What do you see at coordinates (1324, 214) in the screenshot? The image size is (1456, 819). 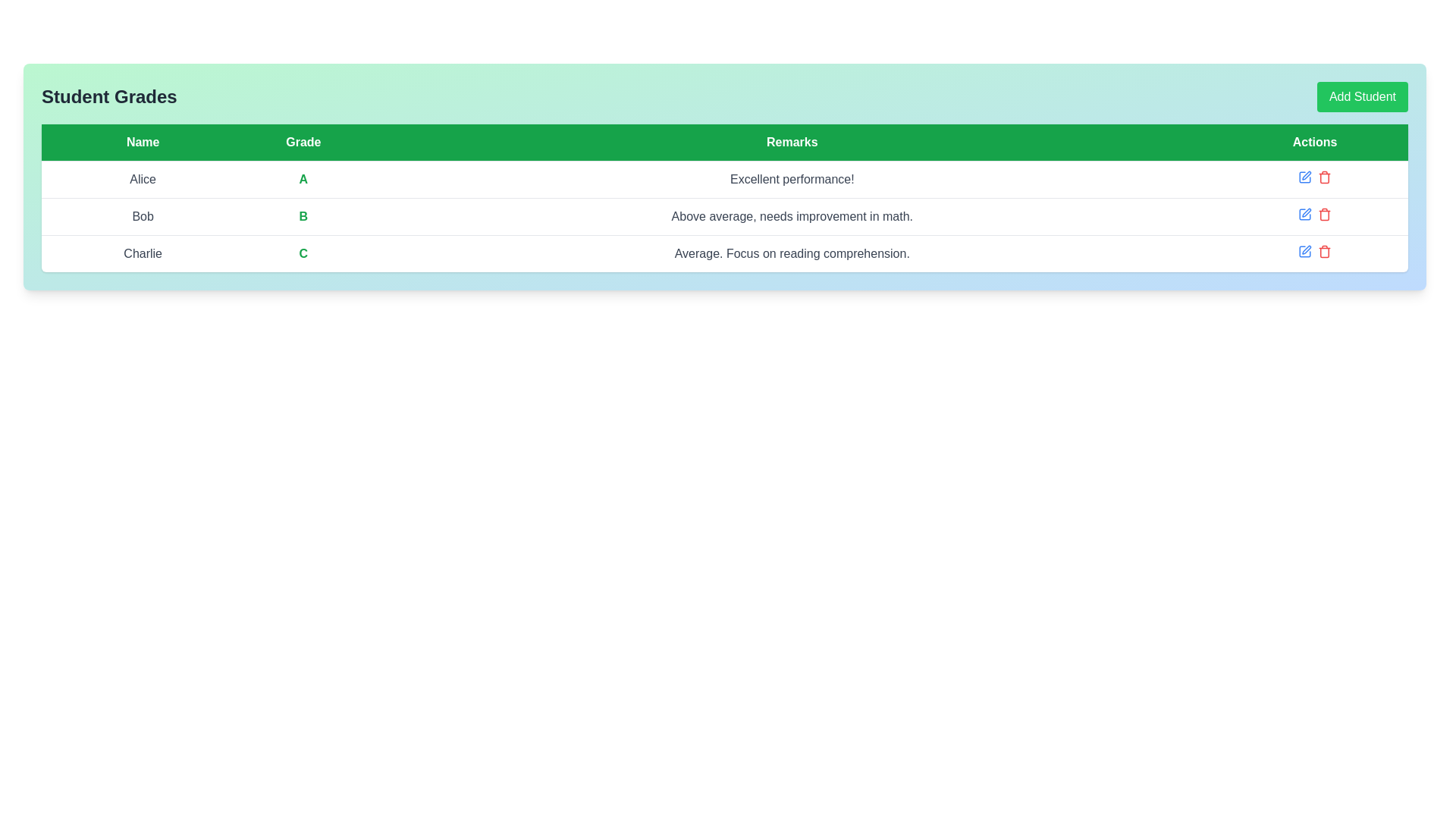 I see `the red trash icon button located in the 'Actions' column of the row corresponding to the student 'Bob'` at bounding box center [1324, 214].